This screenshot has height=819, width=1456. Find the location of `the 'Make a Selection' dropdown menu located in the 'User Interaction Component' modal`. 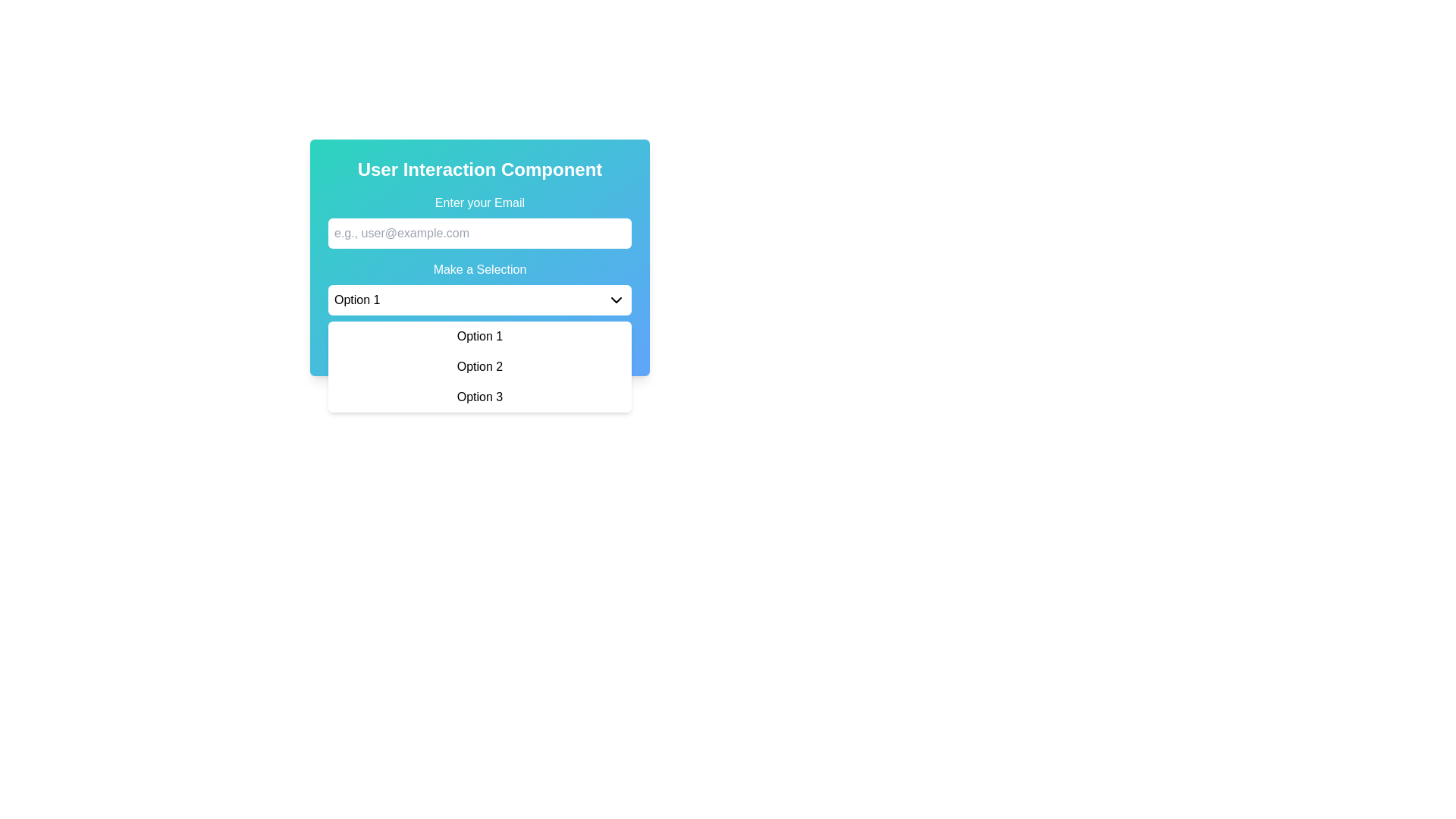

the 'Make a Selection' dropdown menu located in the 'User Interaction Component' modal is located at coordinates (479, 288).